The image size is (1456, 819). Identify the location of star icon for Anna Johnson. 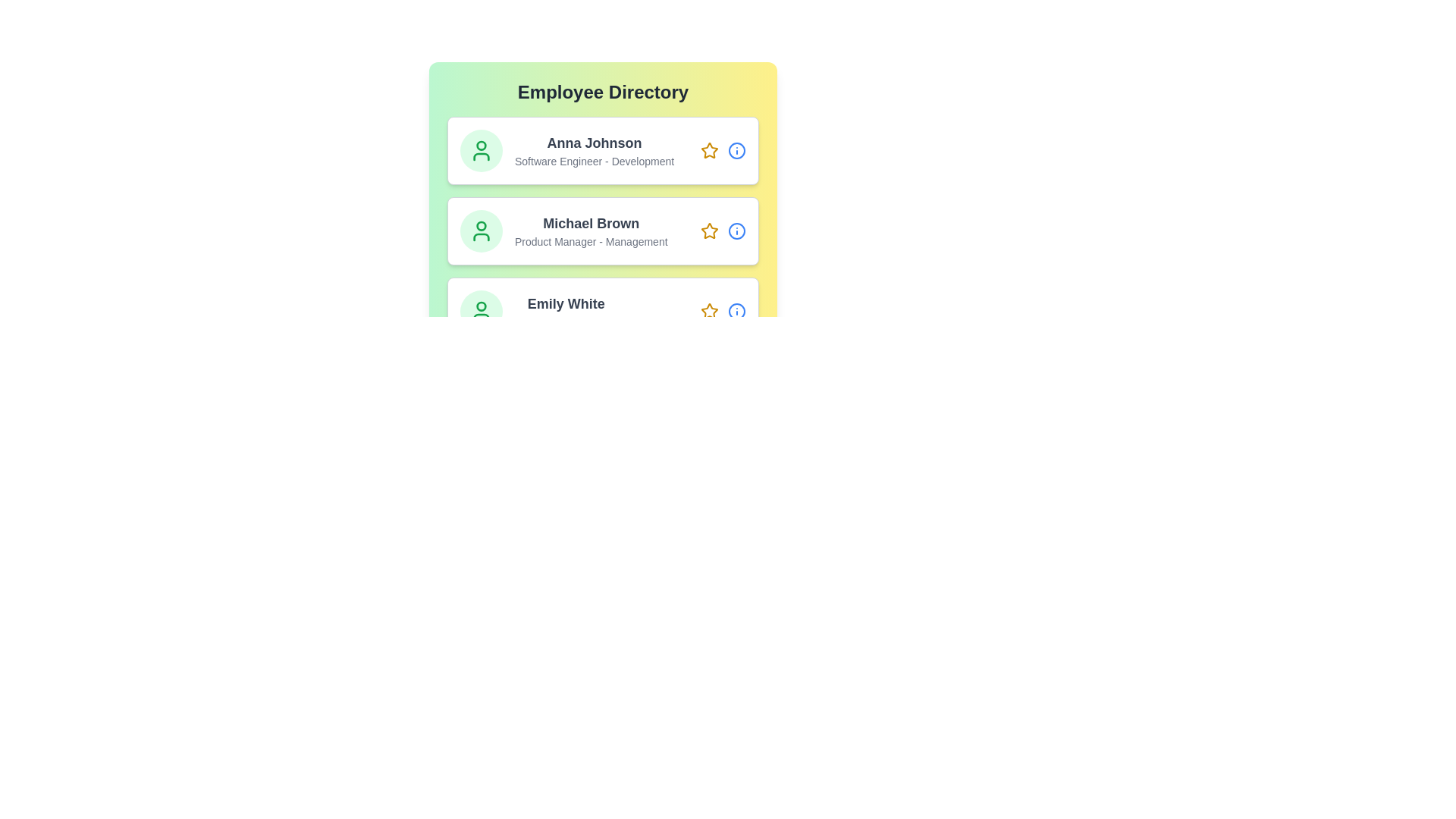
(709, 151).